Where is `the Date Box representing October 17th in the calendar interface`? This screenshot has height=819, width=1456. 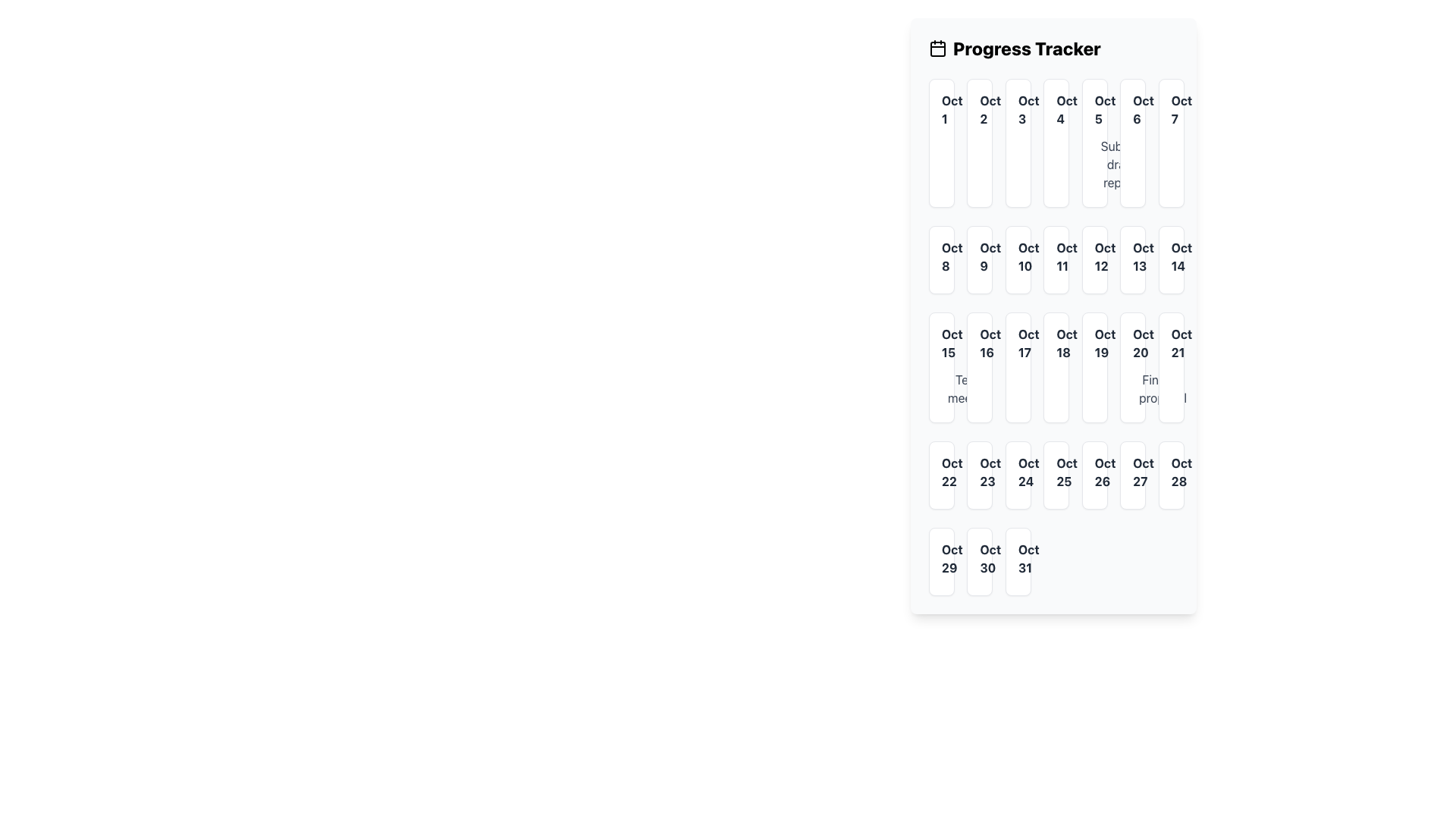
the Date Box representing October 17th in the calendar interface is located at coordinates (1018, 368).